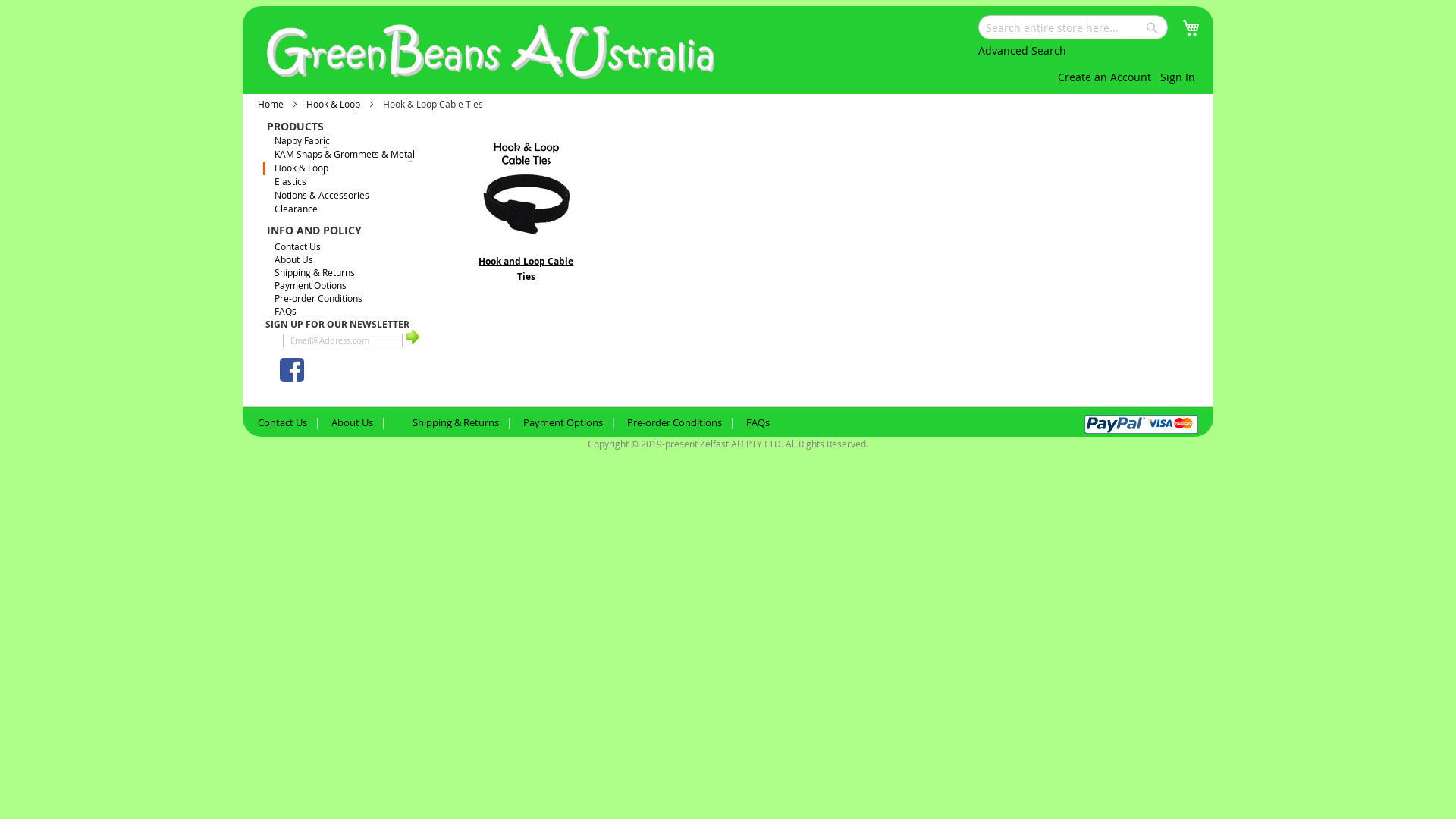 This screenshot has width=1456, height=819. Describe the element at coordinates (477, 268) in the screenshot. I see `'Hook and Loop Cable Ties'` at that location.